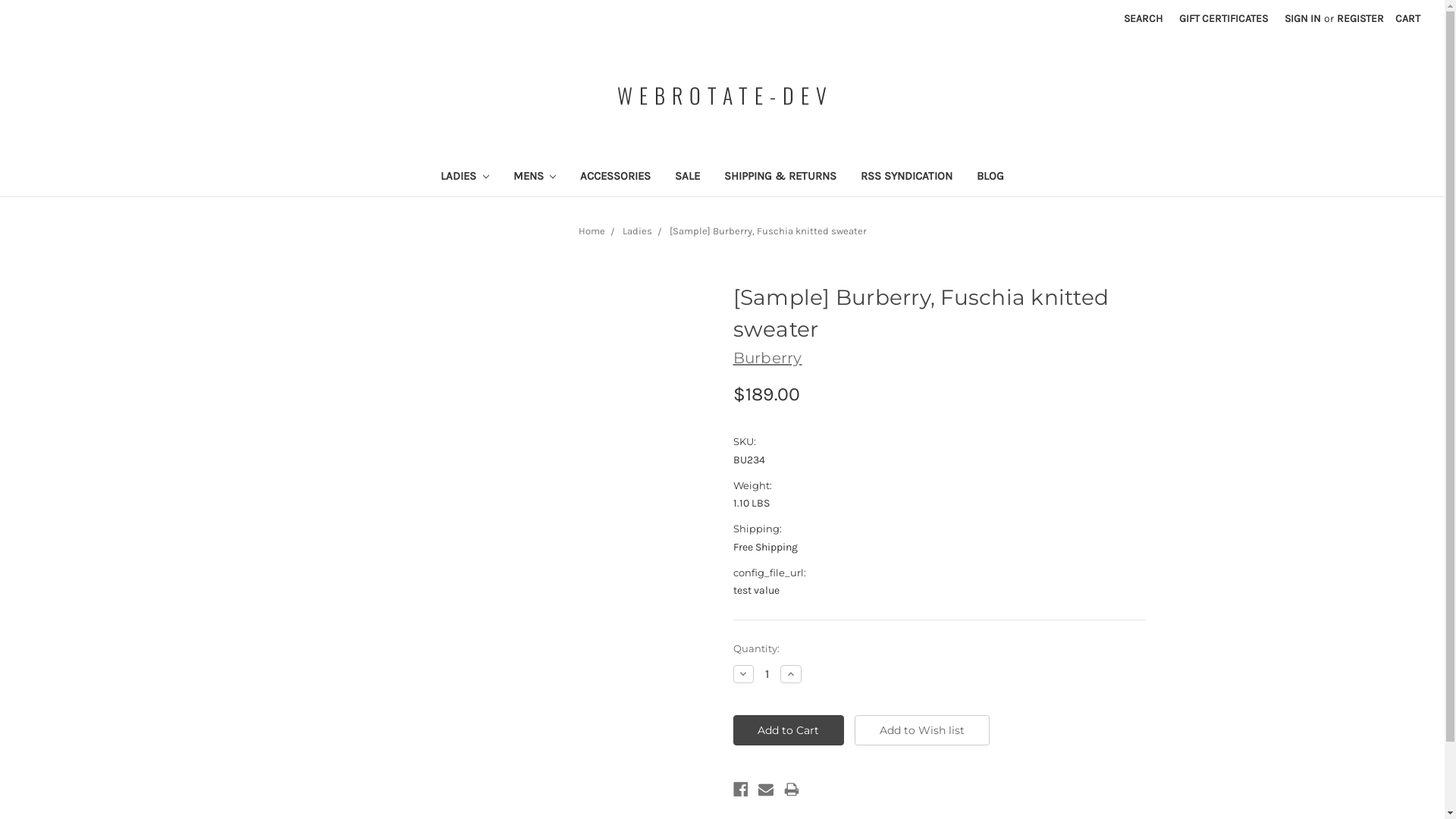 The width and height of the screenshot is (1456, 819). What do you see at coordinates (1360, 18) in the screenshot?
I see `'REGISTER'` at bounding box center [1360, 18].